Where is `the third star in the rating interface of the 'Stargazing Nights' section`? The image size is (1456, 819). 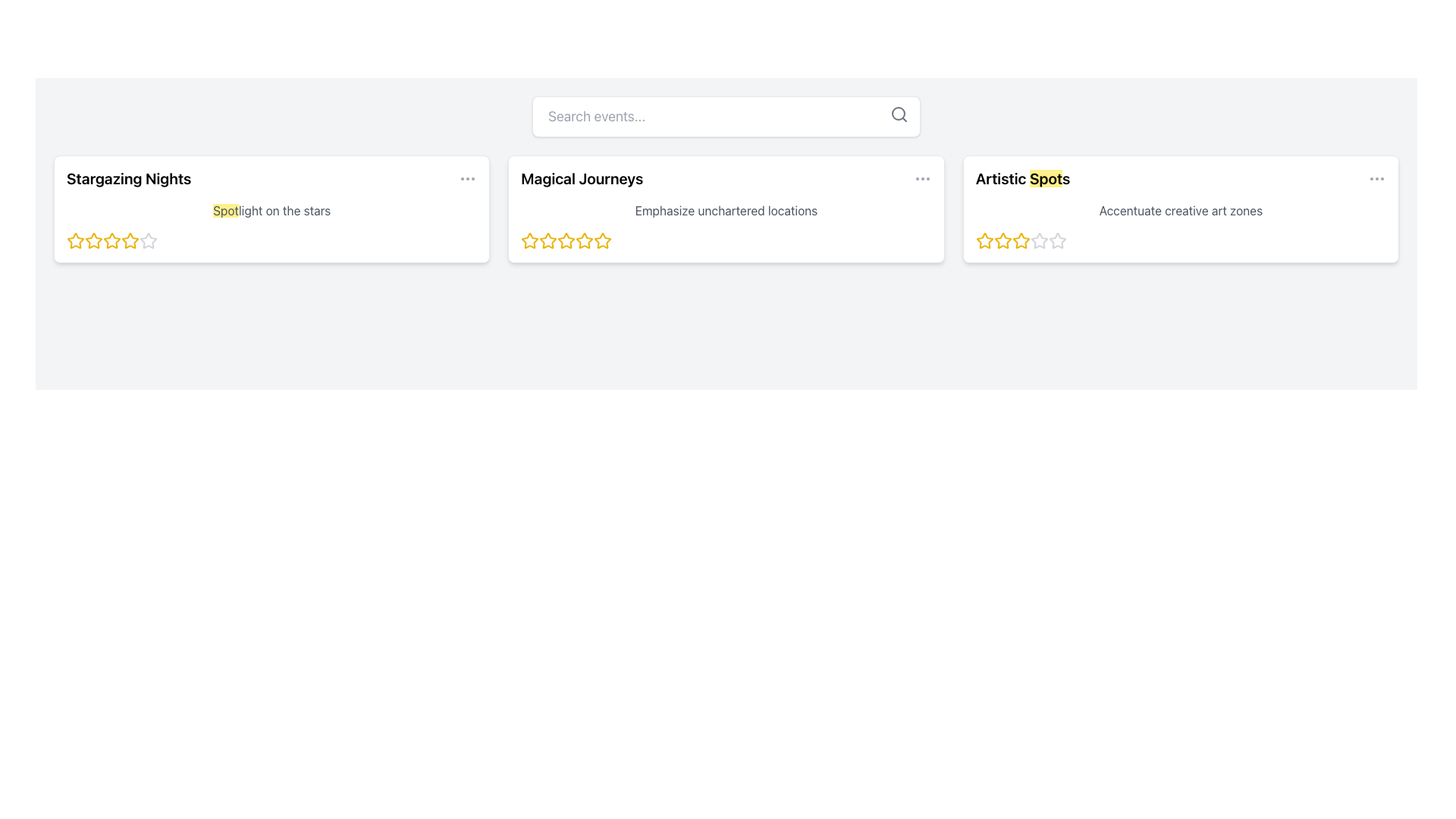 the third star in the rating interface of the 'Stargazing Nights' section is located at coordinates (111, 240).